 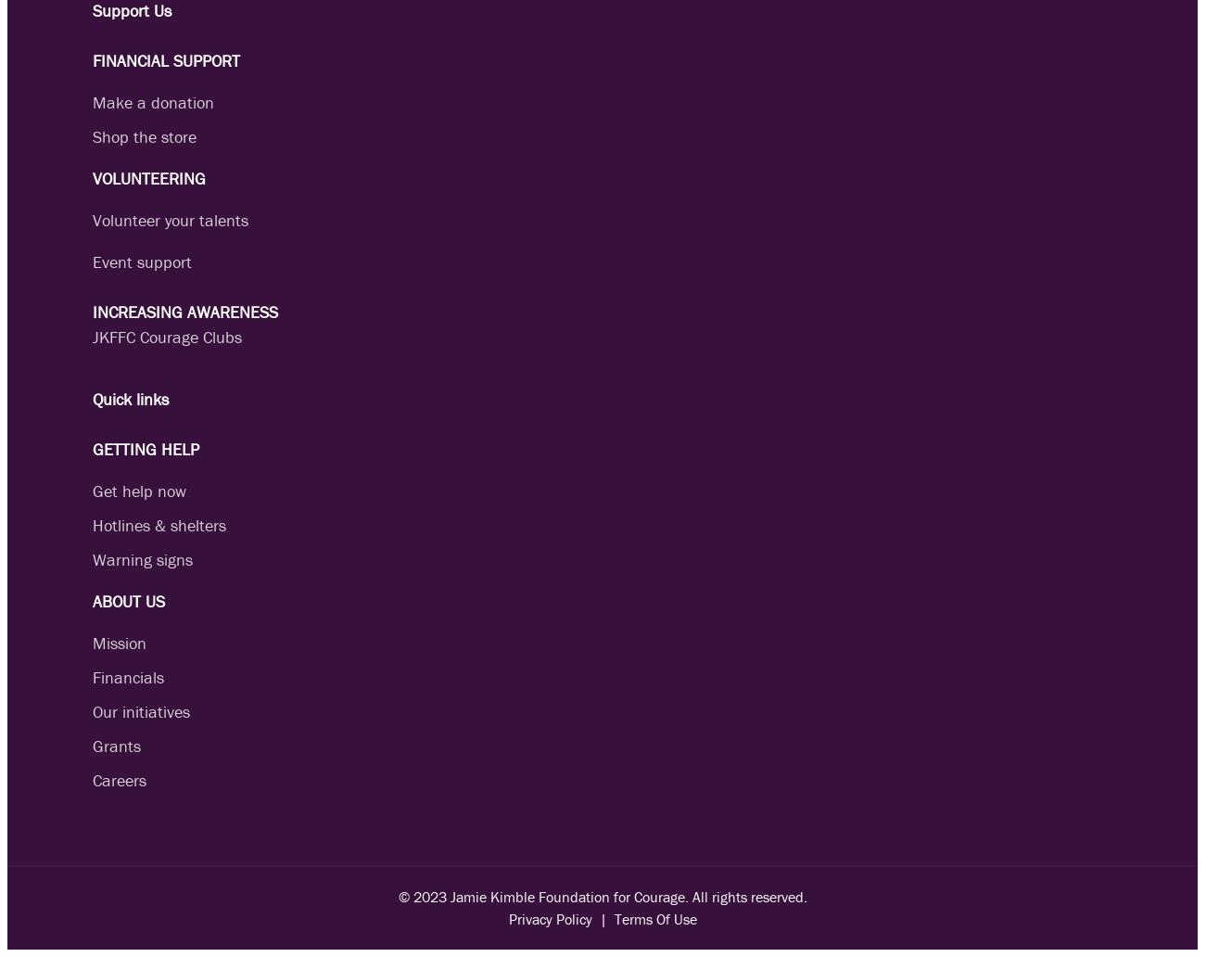 I want to click on '|', so click(x=591, y=918).